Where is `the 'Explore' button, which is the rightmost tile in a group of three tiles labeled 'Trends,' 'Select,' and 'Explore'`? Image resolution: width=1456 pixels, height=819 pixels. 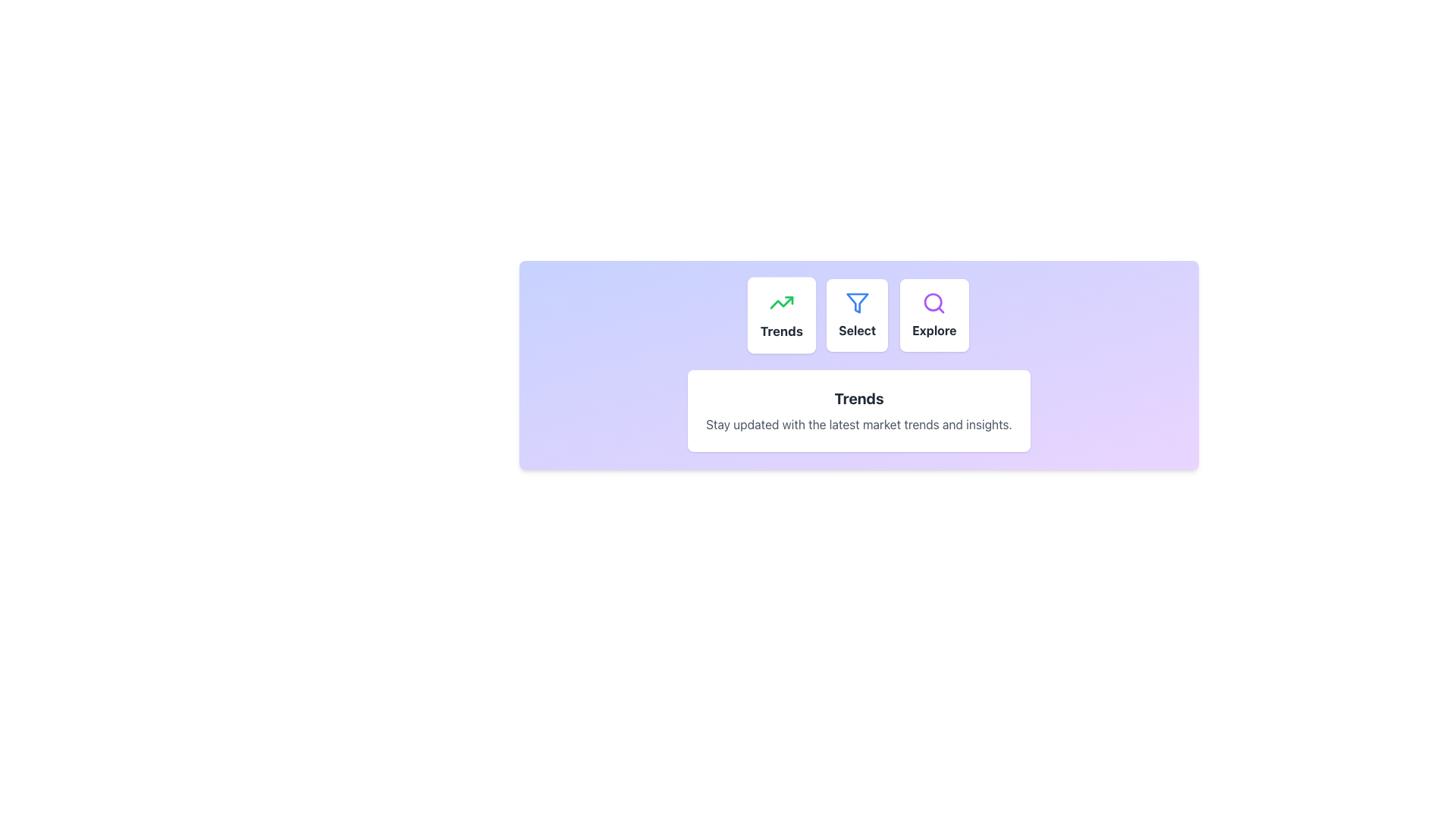 the 'Explore' button, which is the rightmost tile in a group of three tiles labeled 'Trends,' 'Select,' and 'Explore' is located at coordinates (934, 315).